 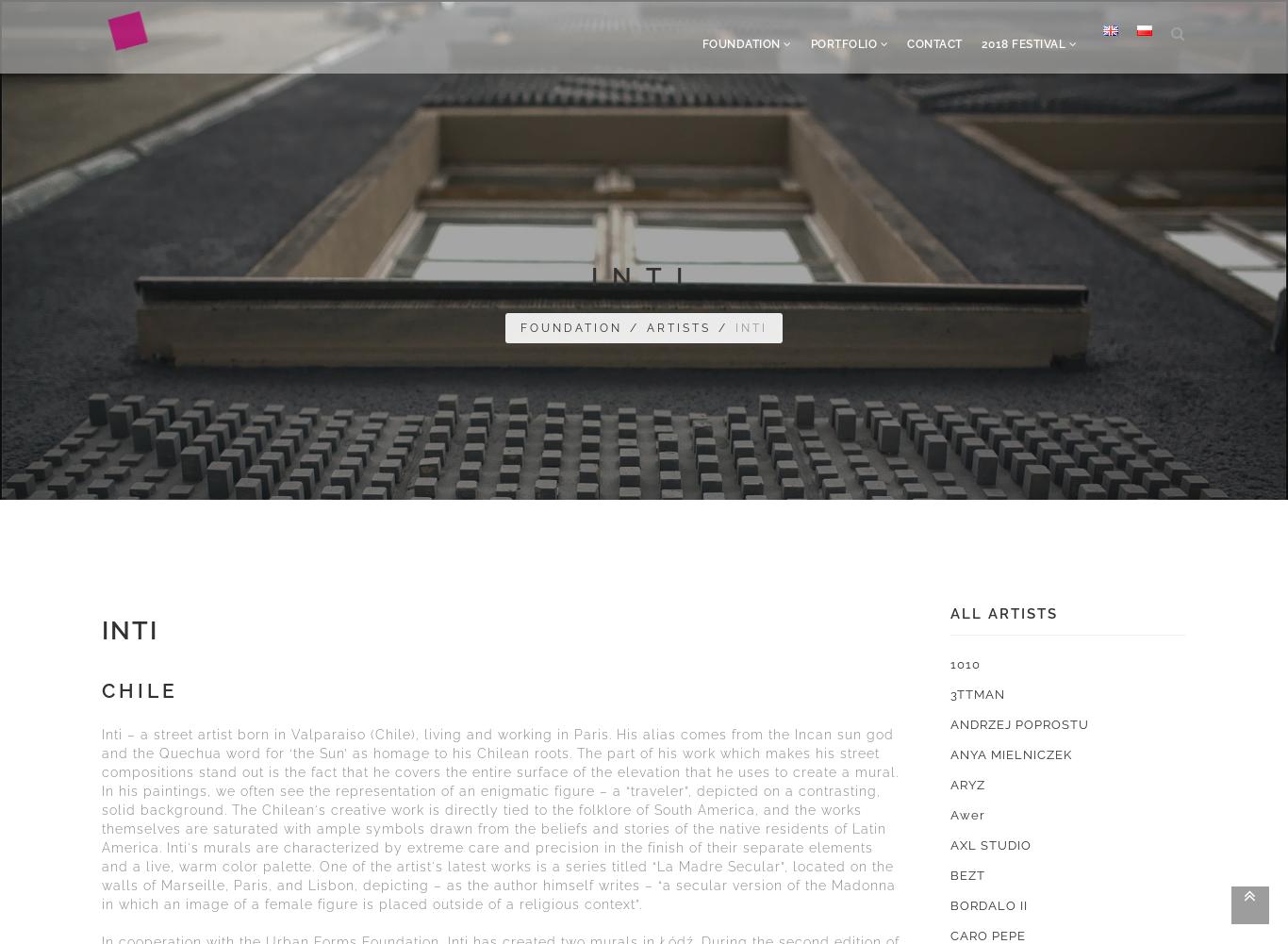 What do you see at coordinates (843, 44) in the screenshot?
I see `'Portfolio'` at bounding box center [843, 44].